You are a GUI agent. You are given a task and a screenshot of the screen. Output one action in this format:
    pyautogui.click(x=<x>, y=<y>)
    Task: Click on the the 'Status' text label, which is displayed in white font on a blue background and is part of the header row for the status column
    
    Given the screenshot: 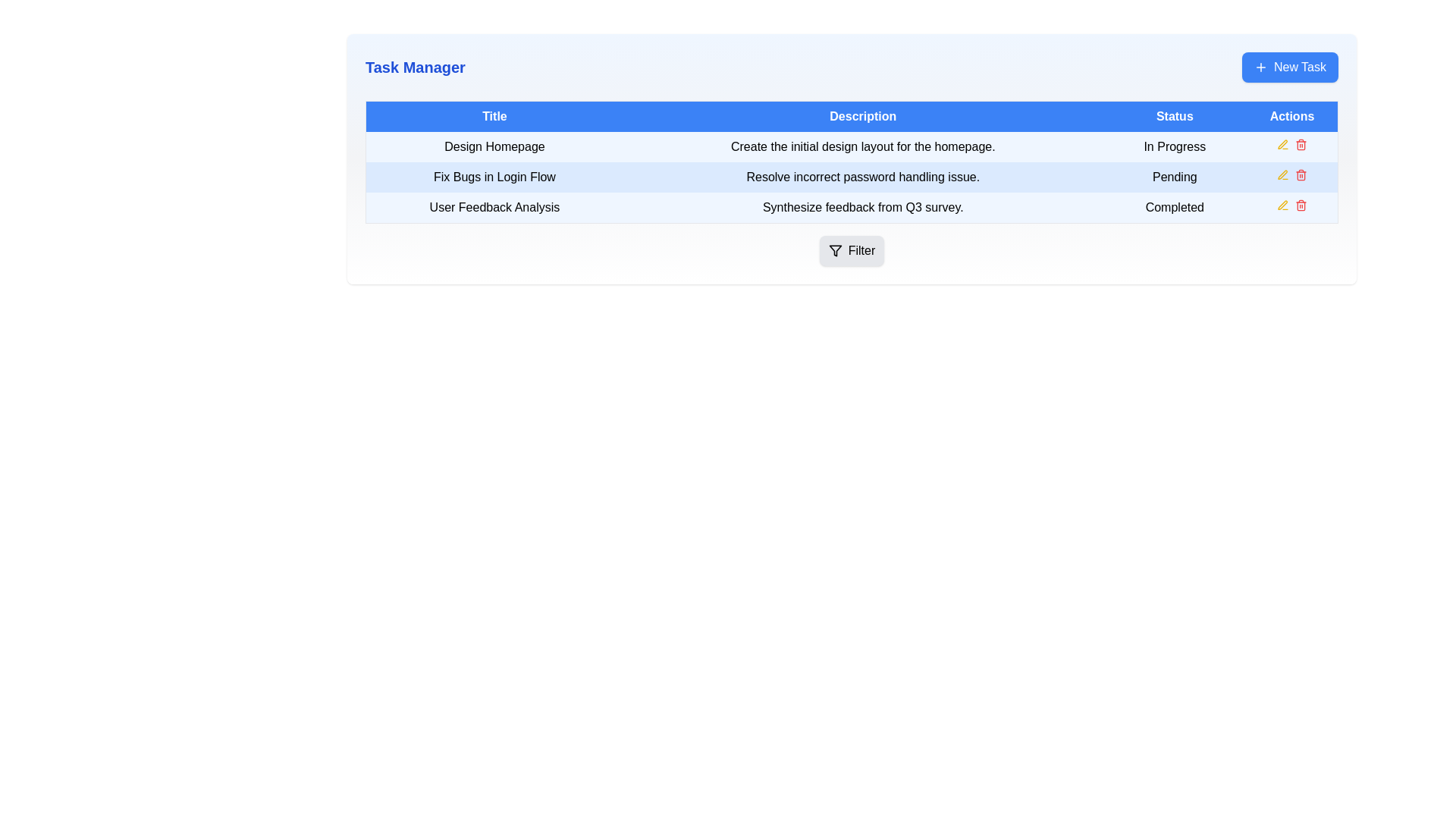 What is the action you would take?
    pyautogui.click(x=1174, y=115)
    